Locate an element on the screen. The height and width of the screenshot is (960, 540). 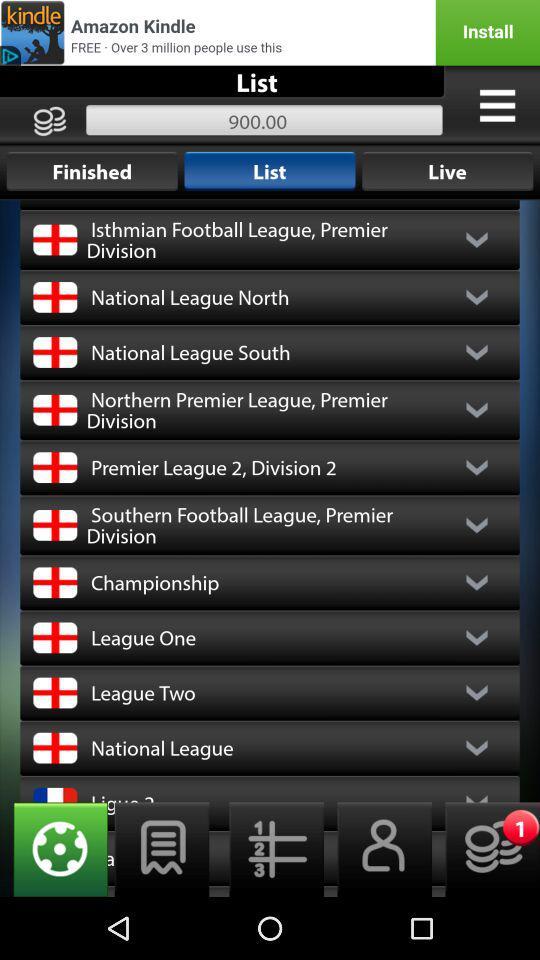
the chat icon is located at coordinates (161, 909).